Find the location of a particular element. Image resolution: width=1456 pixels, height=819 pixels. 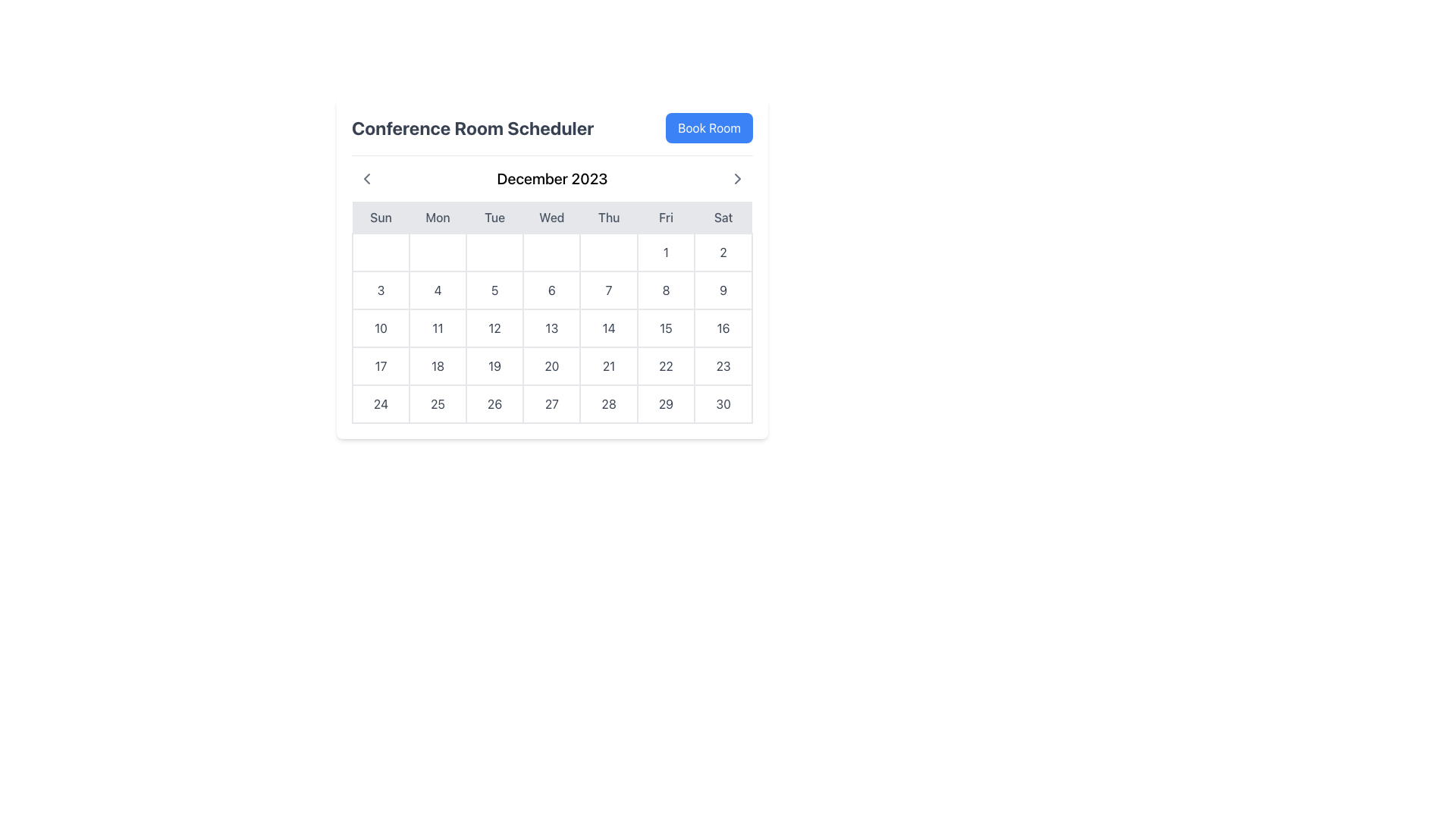

the clickable calendar date cell displaying the number '16' is located at coordinates (723, 327).